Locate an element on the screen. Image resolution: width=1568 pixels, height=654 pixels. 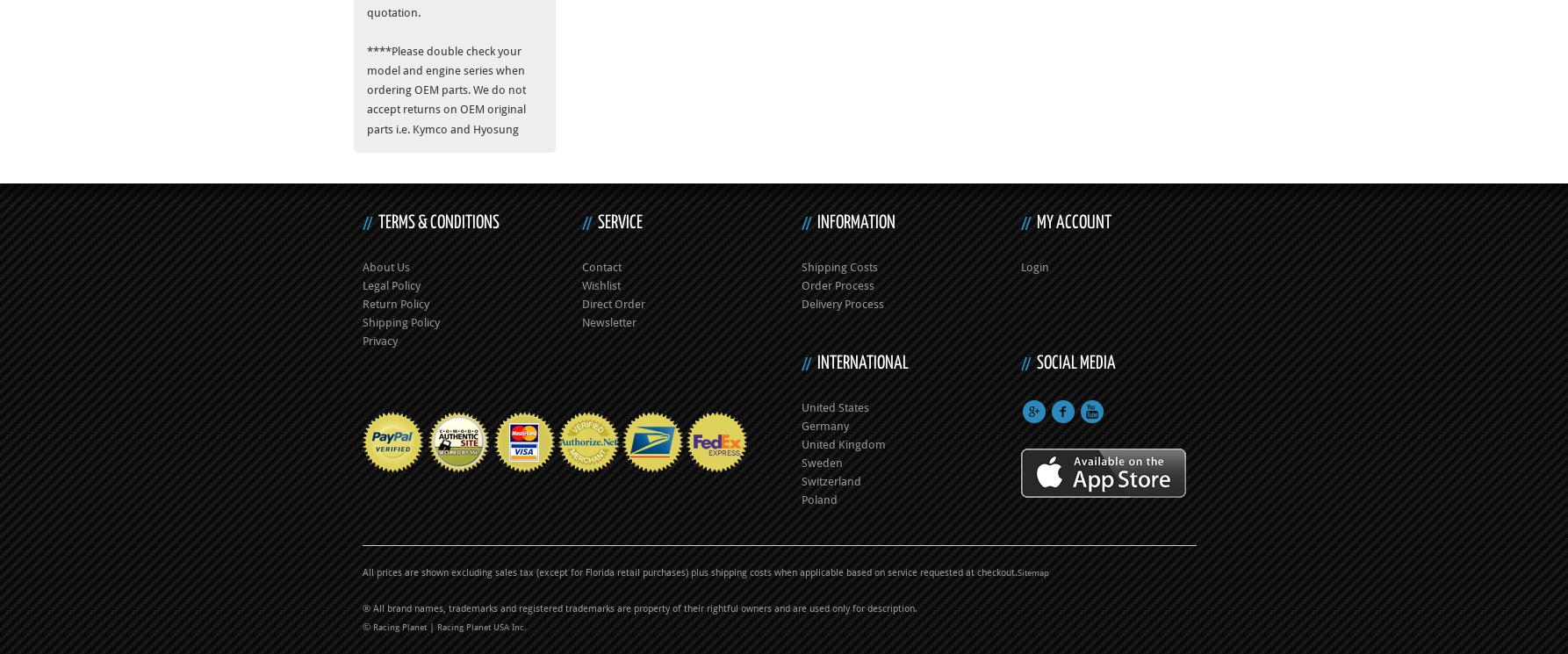
'United States' is located at coordinates (835, 406).